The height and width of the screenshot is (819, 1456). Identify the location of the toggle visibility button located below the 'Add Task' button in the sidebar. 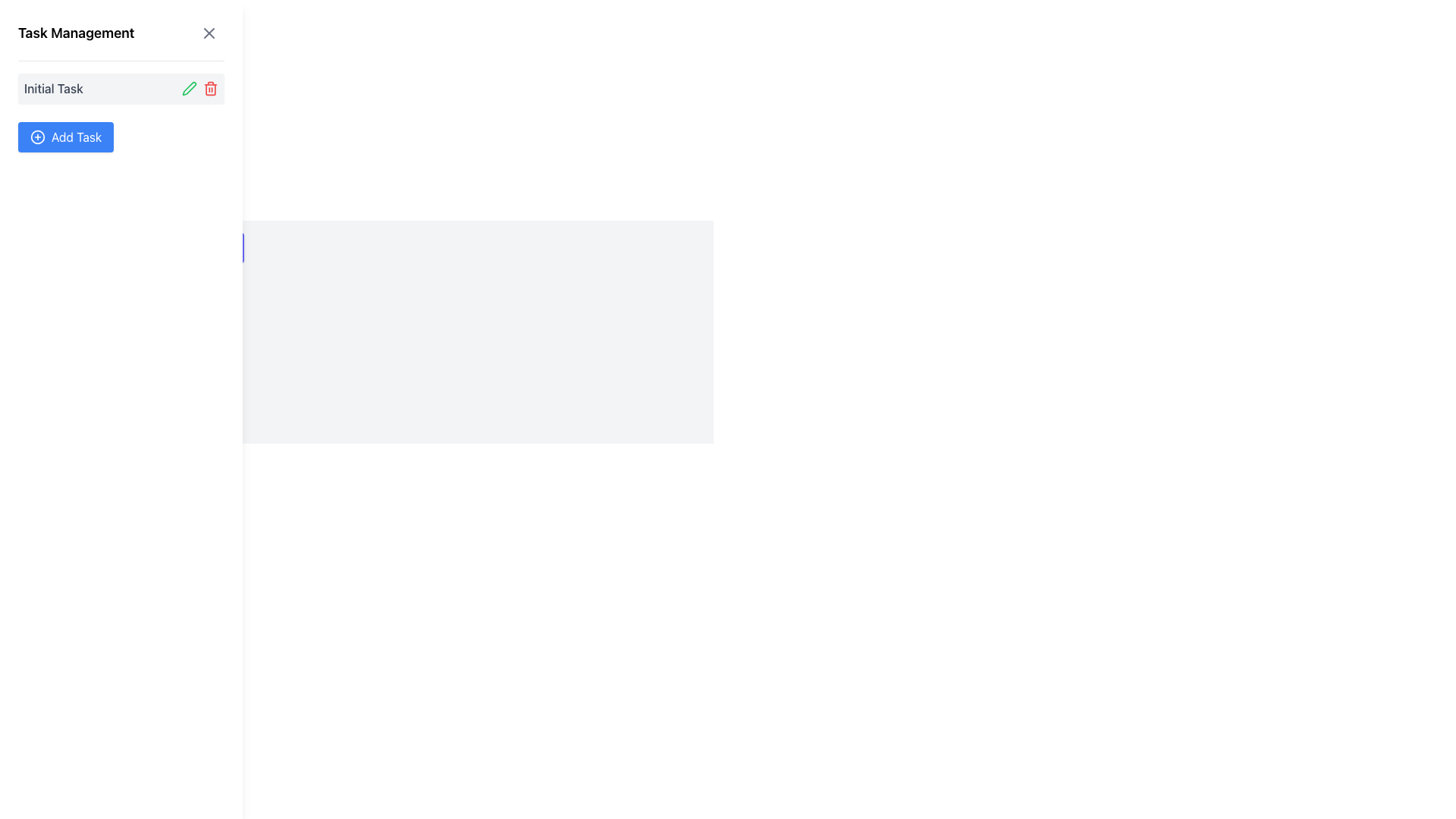
(185, 247).